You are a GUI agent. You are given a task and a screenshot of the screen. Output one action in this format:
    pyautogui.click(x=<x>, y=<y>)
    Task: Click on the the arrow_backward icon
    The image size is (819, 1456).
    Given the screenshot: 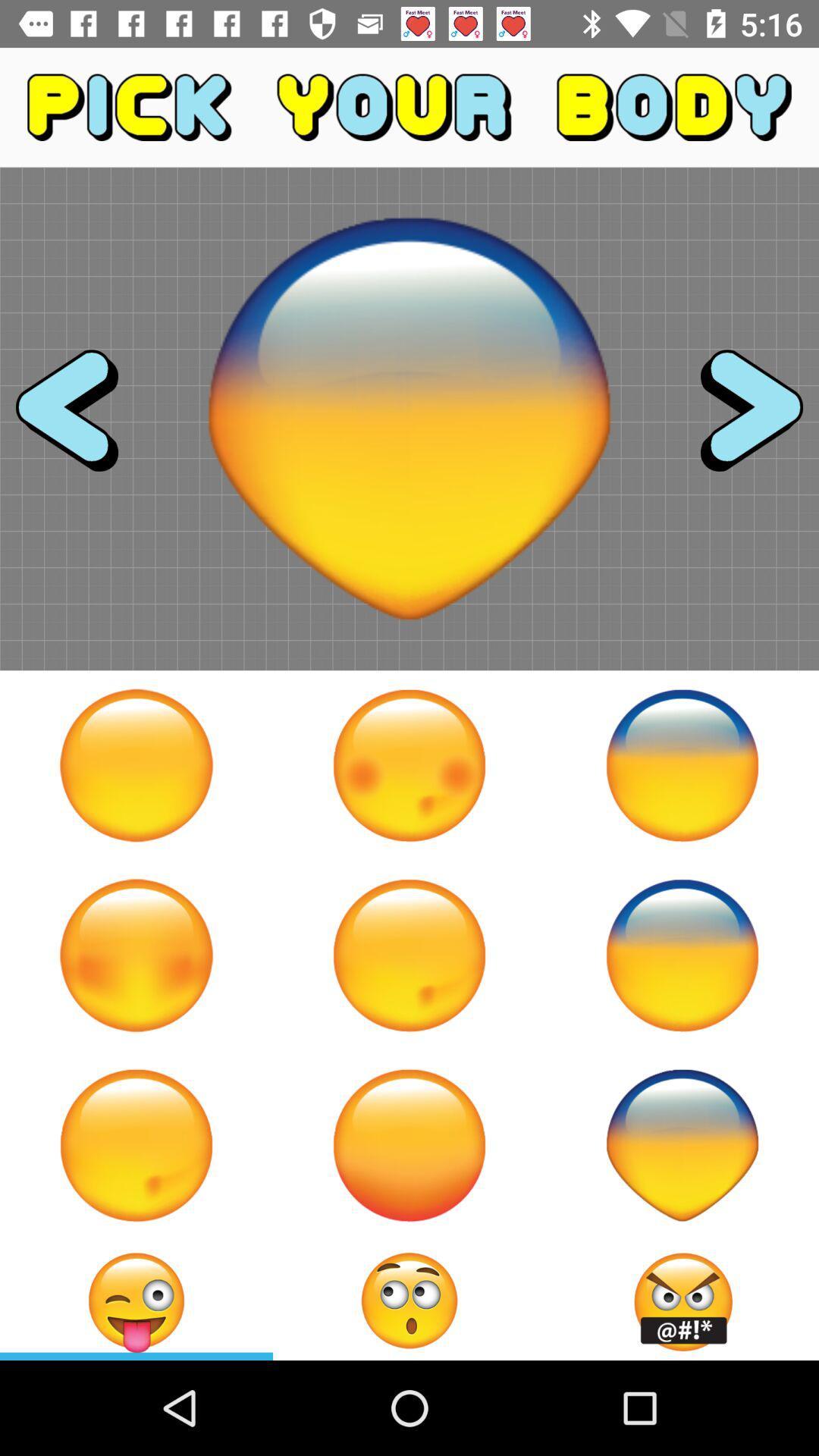 What is the action you would take?
    pyautogui.click(x=80, y=419)
    